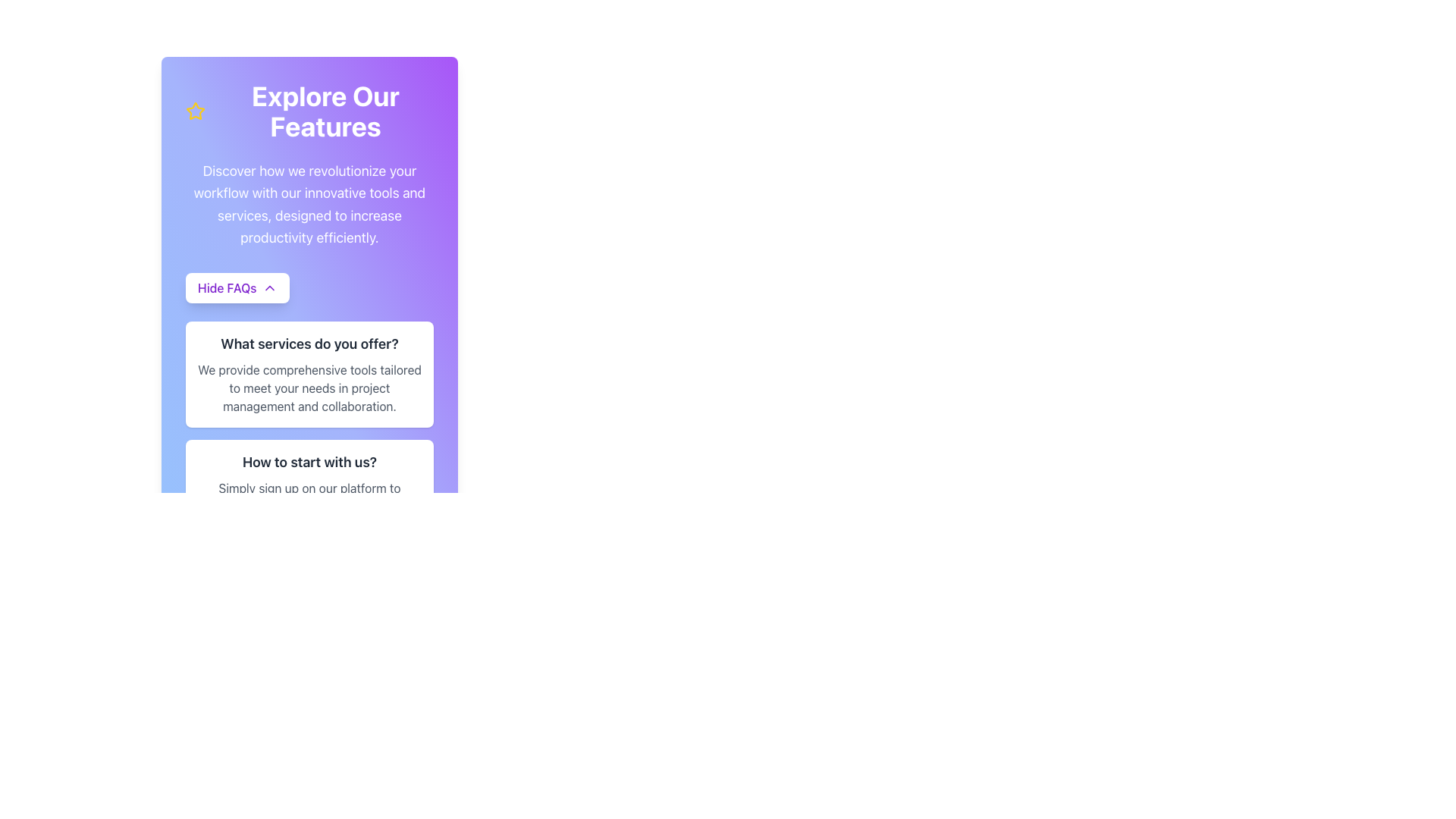 The width and height of the screenshot is (1456, 819). Describe the element at coordinates (195, 110) in the screenshot. I see `the star icon with a yellow border and blue transparent fill located at the top-left corner of the 'Explore Our Features' section` at that location.